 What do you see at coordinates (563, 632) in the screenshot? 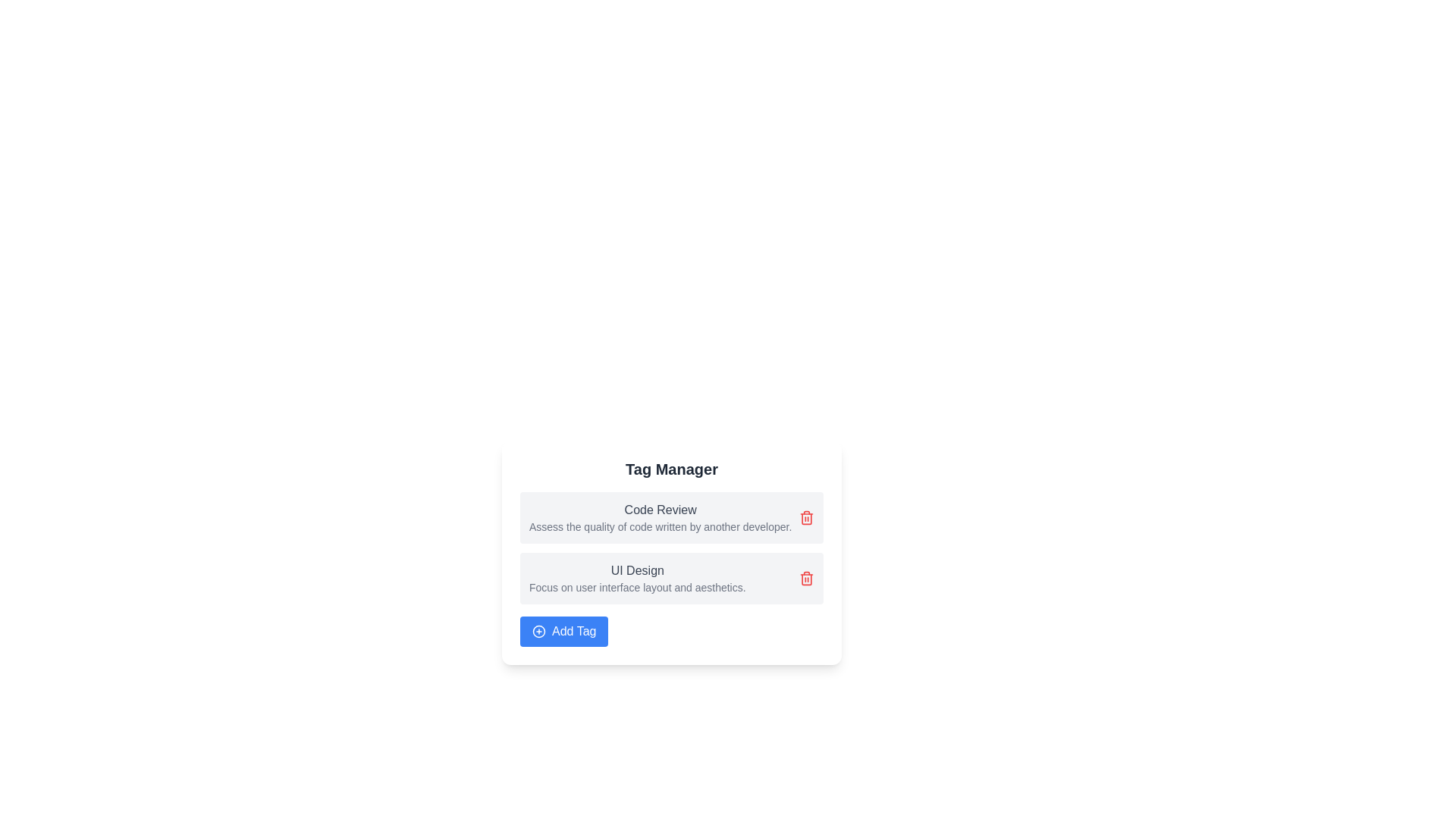
I see `the interactive button to add a new tag located at the bottom of the 'Tag Manager' card for visual feedback` at bounding box center [563, 632].